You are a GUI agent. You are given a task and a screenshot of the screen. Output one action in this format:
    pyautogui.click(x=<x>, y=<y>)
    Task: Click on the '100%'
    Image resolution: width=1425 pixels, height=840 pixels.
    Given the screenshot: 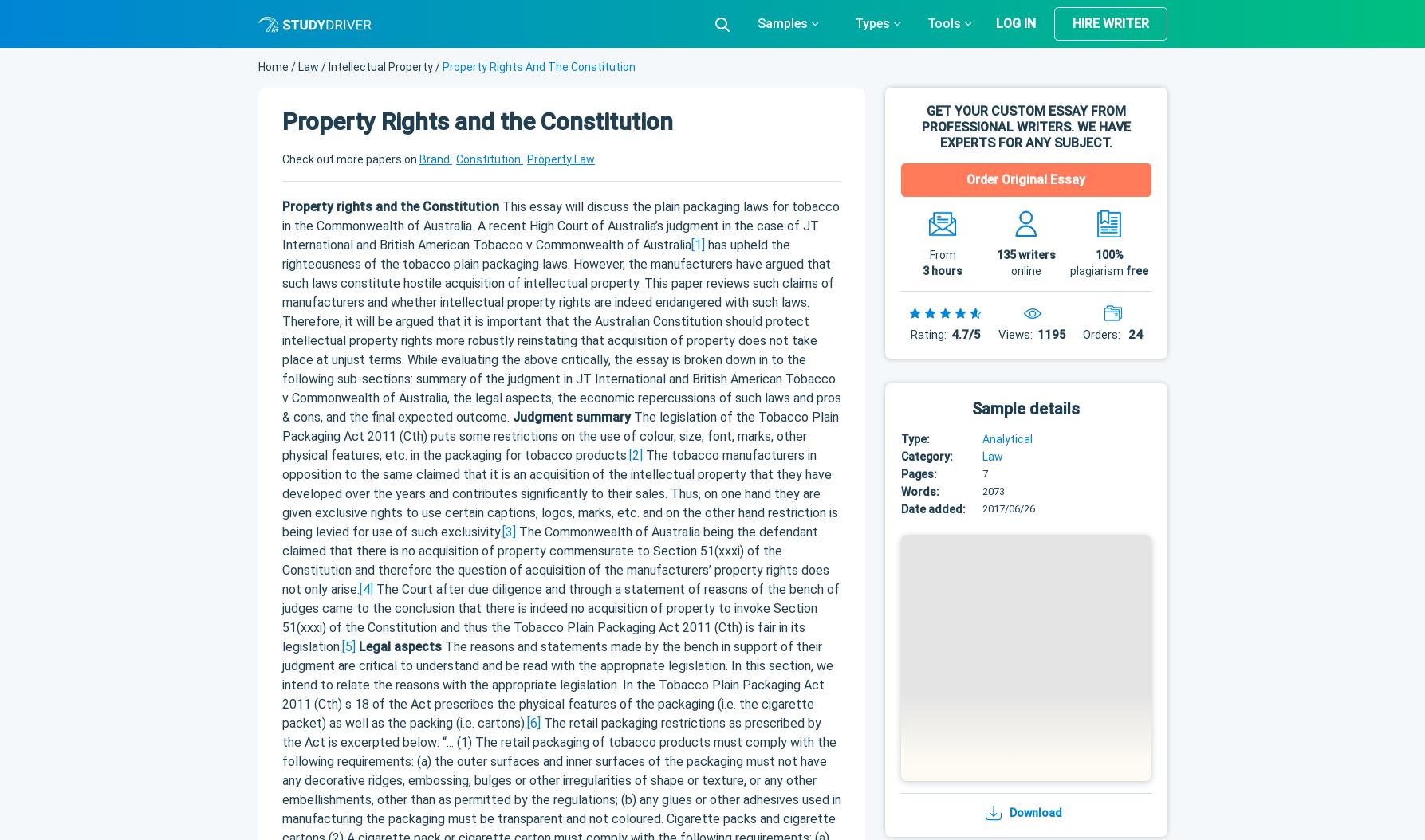 What is the action you would take?
    pyautogui.click(x=1108, y=254)
    